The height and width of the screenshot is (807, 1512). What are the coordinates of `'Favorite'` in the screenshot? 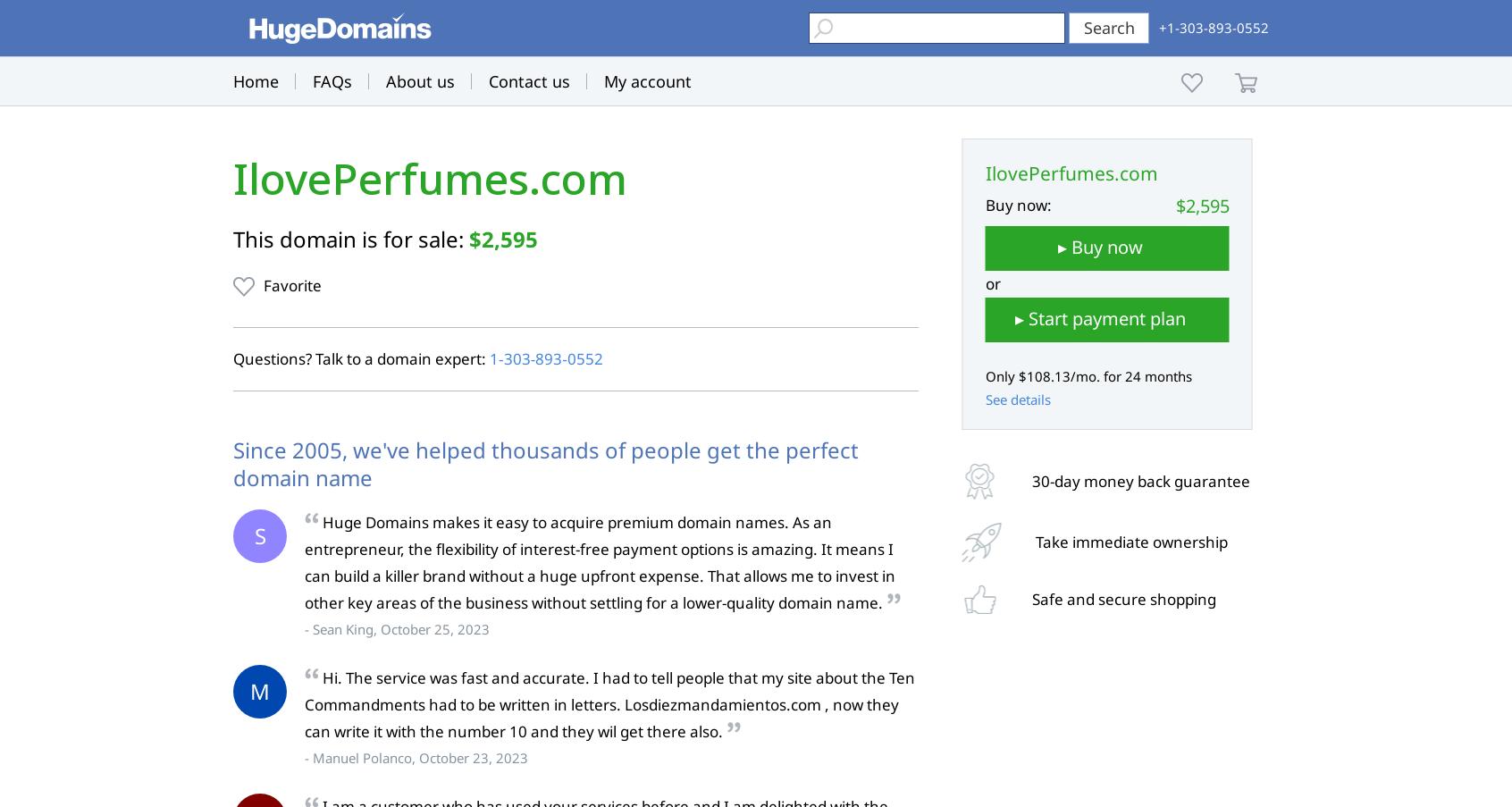 It's located at (291, 284).